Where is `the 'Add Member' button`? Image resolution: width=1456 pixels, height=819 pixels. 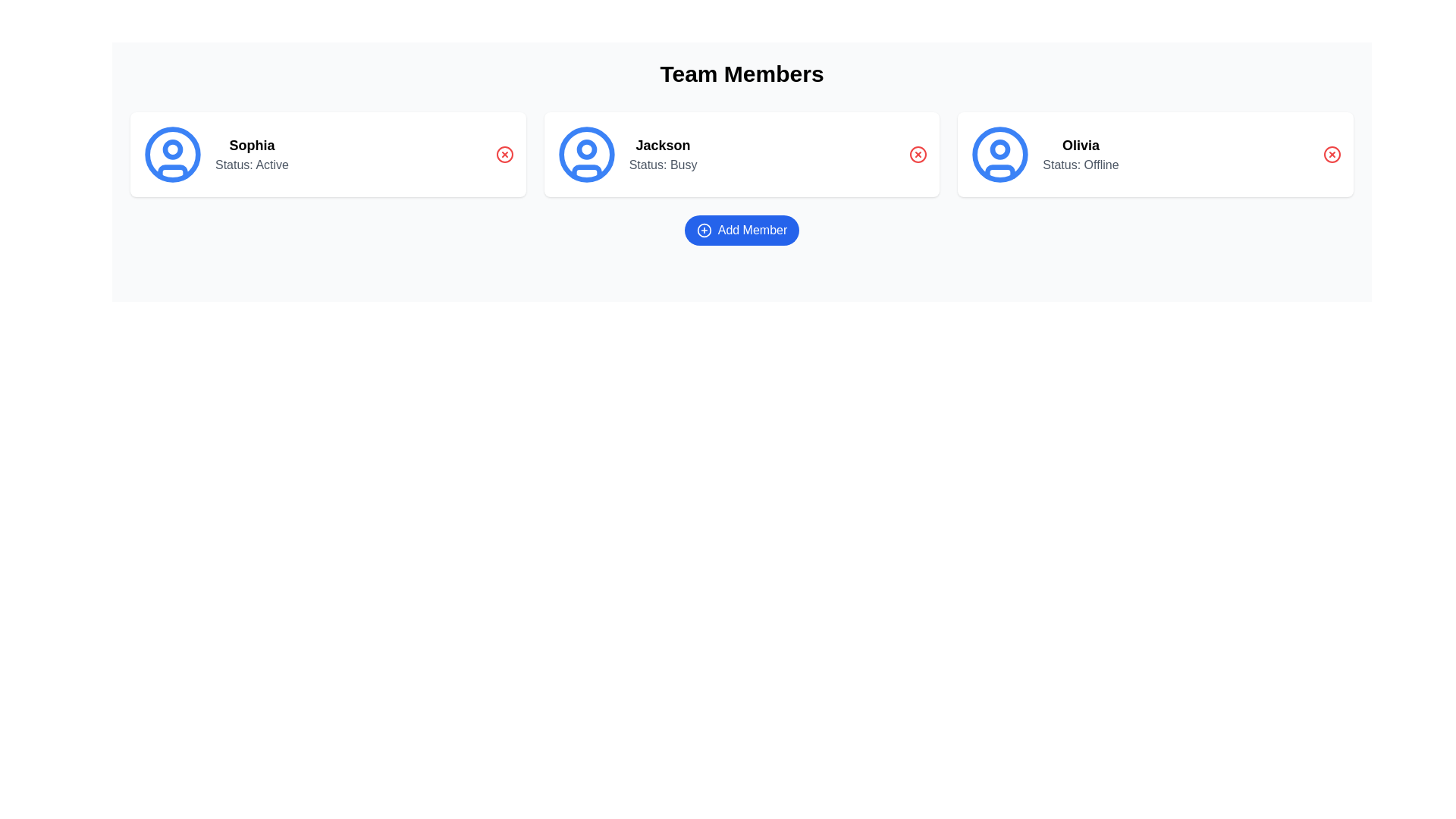 the 'Add Member' button is located at coordinates (742, 231).